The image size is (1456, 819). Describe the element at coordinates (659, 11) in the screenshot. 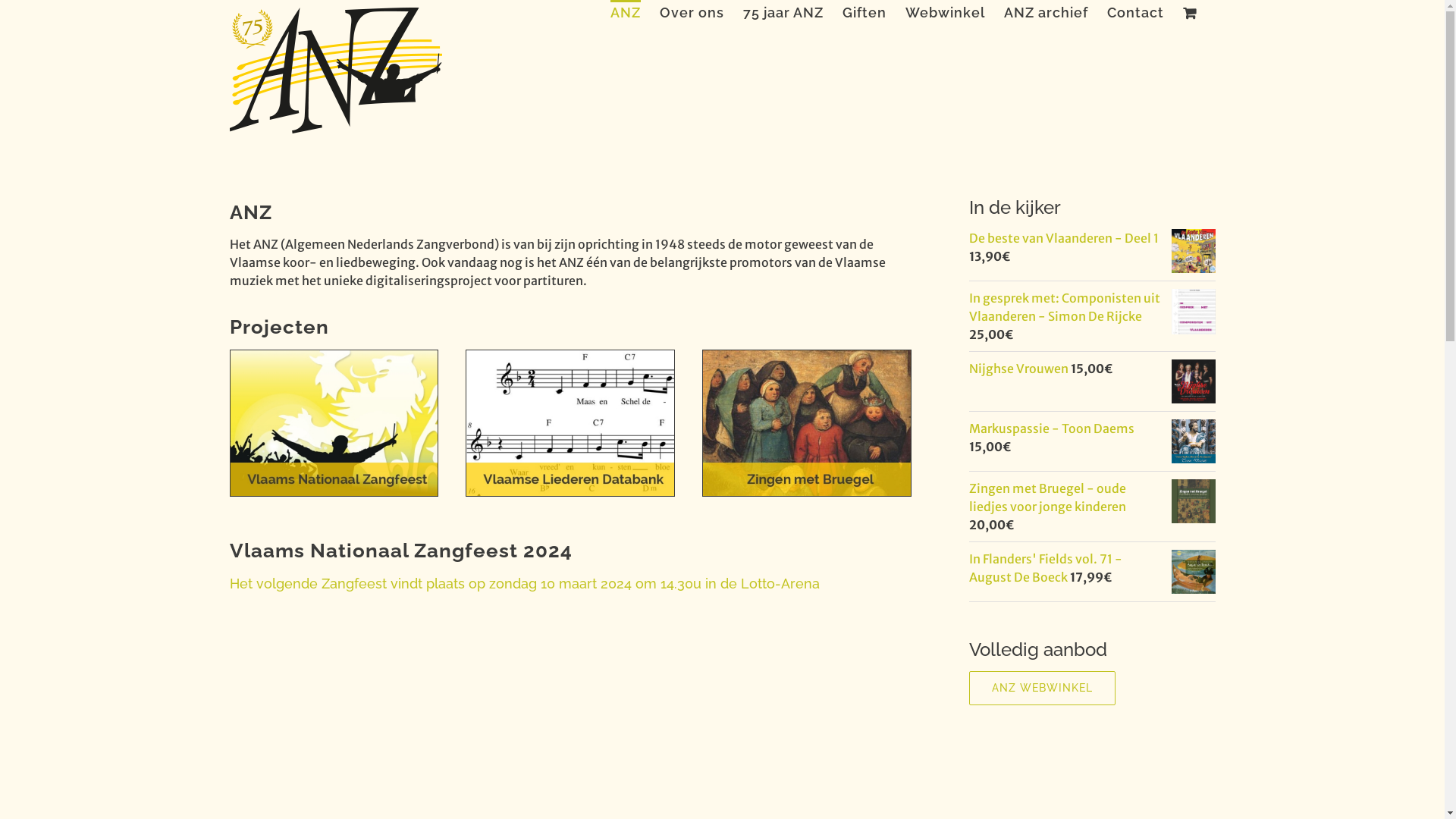

I see `'Over ons'` at that location.